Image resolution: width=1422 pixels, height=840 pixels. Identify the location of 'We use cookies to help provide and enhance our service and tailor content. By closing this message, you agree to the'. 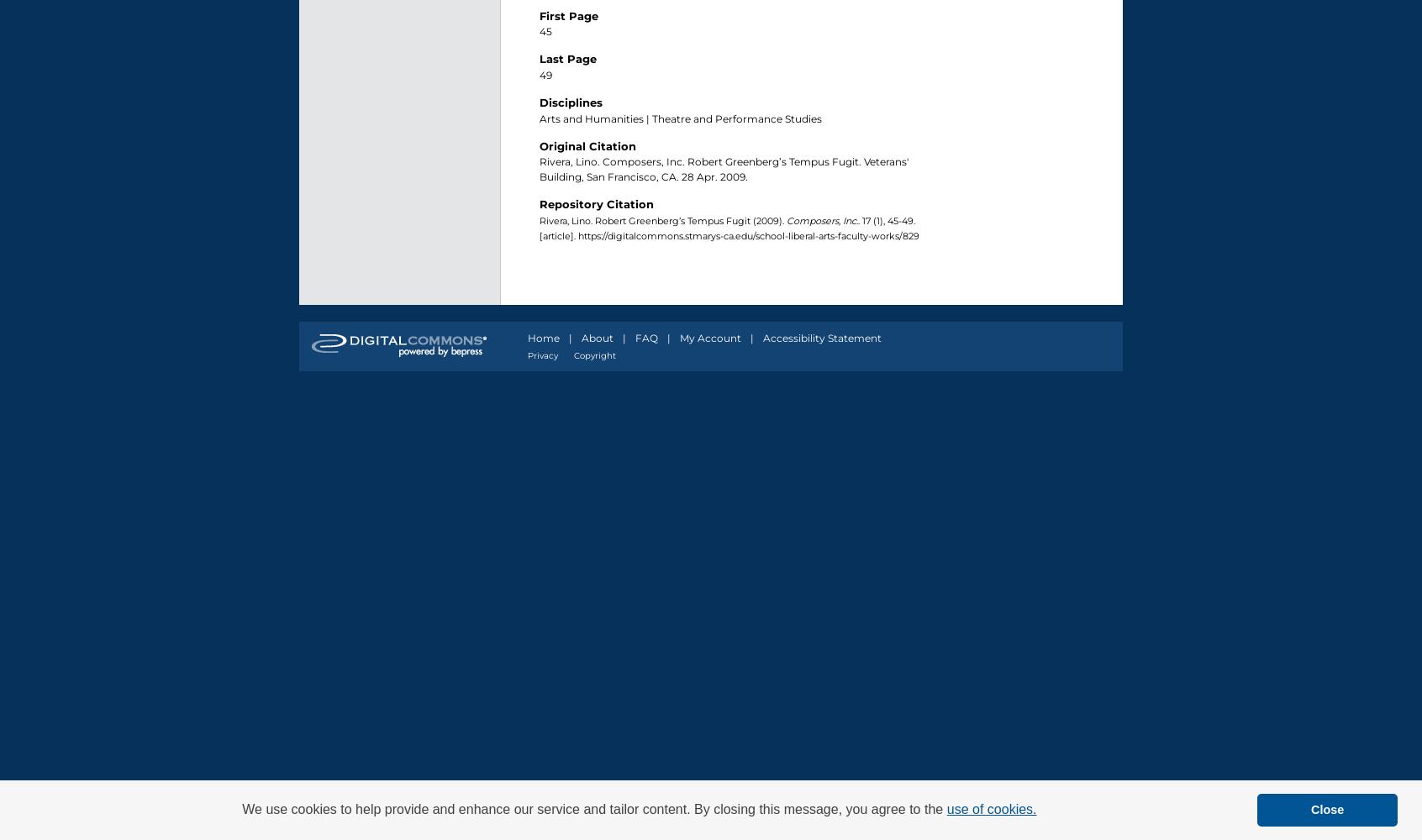
(240, 808).